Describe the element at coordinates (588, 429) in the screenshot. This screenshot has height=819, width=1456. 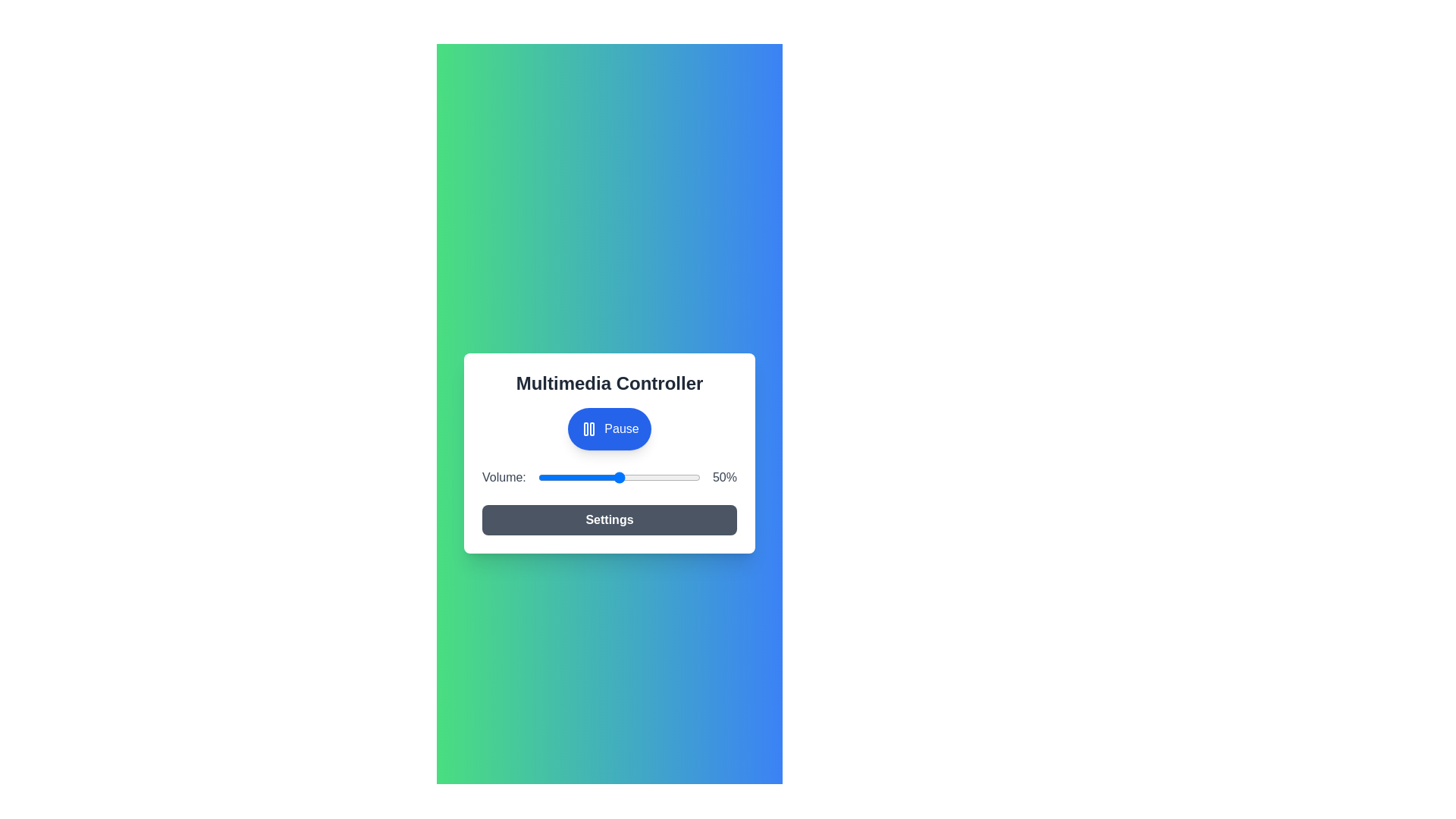
I see `the pause icon, which is represented by two vertical bars in a white color on a blue circular background` at that location.